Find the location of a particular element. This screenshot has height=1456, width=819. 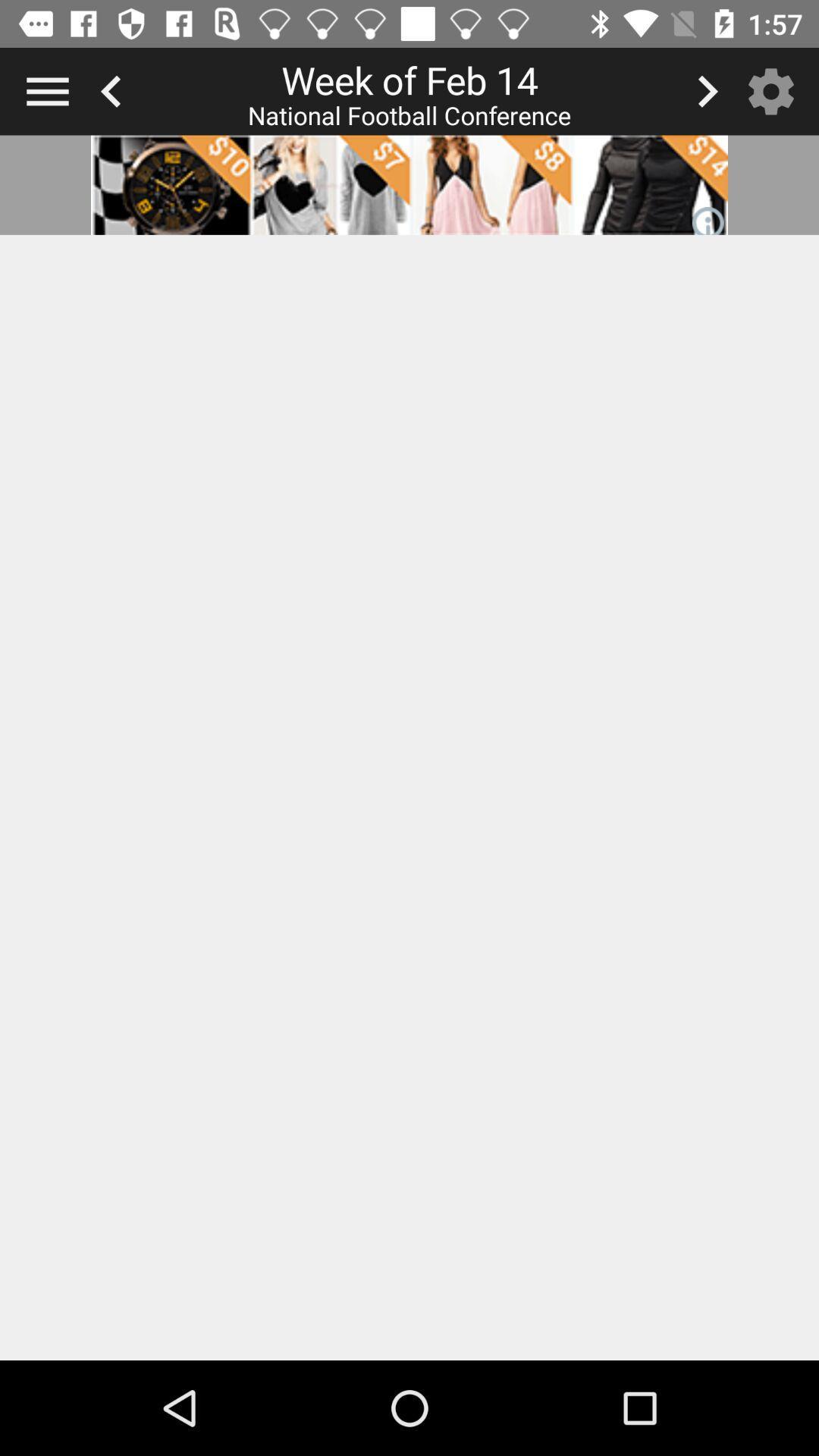

open advertisement is located at coordinates (409, 184).